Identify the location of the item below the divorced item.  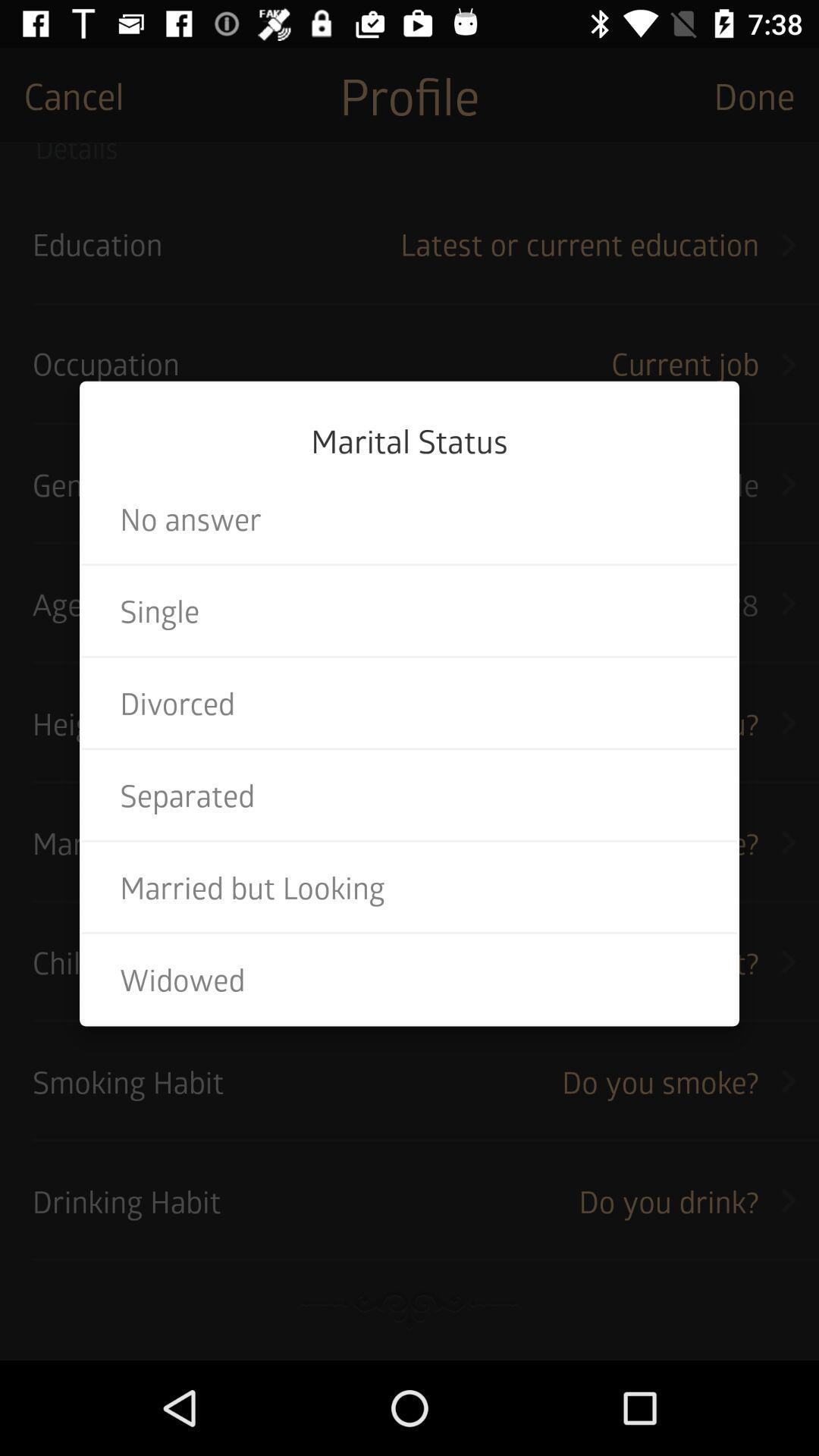
(409, 794).